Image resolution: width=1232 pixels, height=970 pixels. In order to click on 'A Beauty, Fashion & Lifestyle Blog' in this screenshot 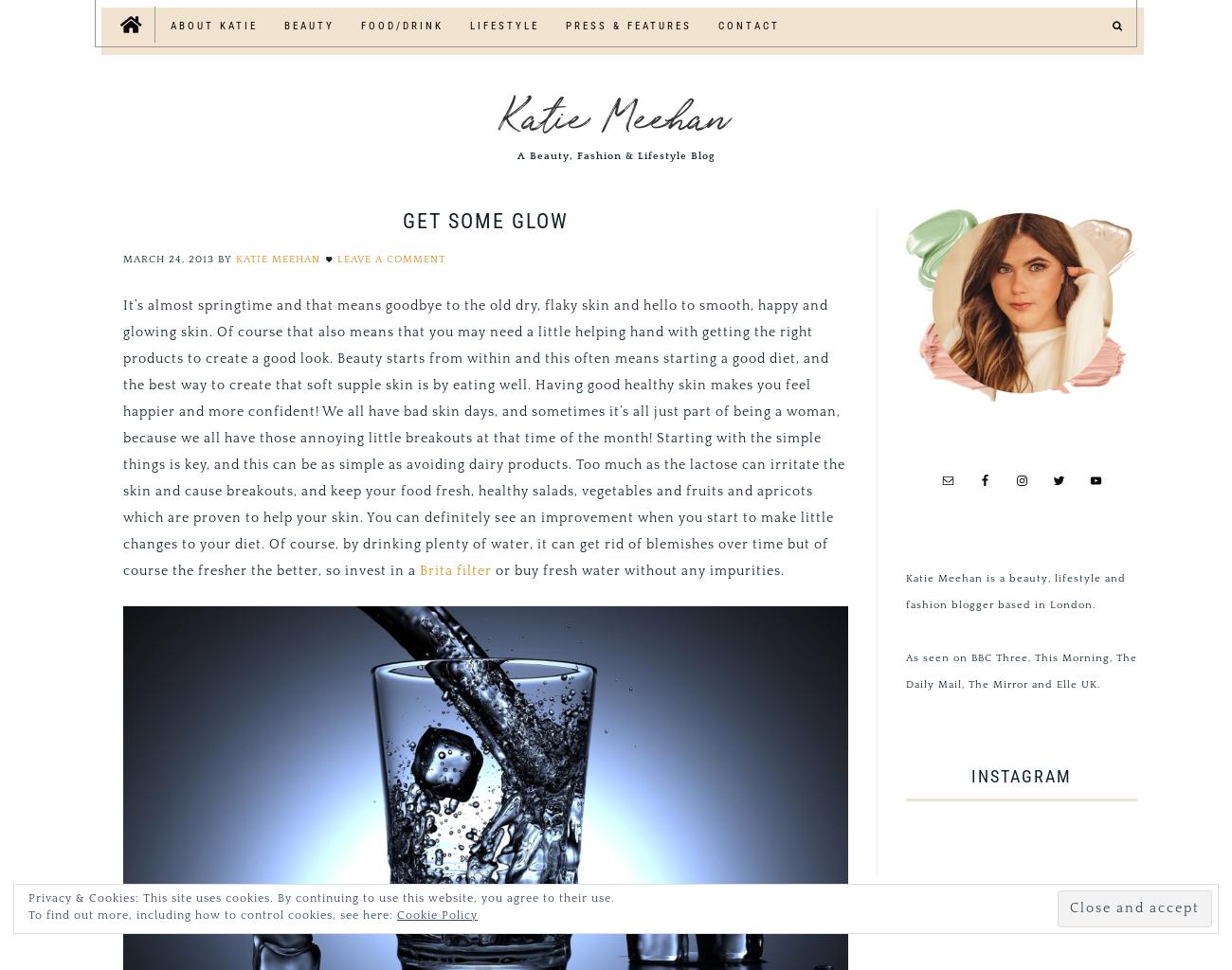, I will do `click(616, 154)`.